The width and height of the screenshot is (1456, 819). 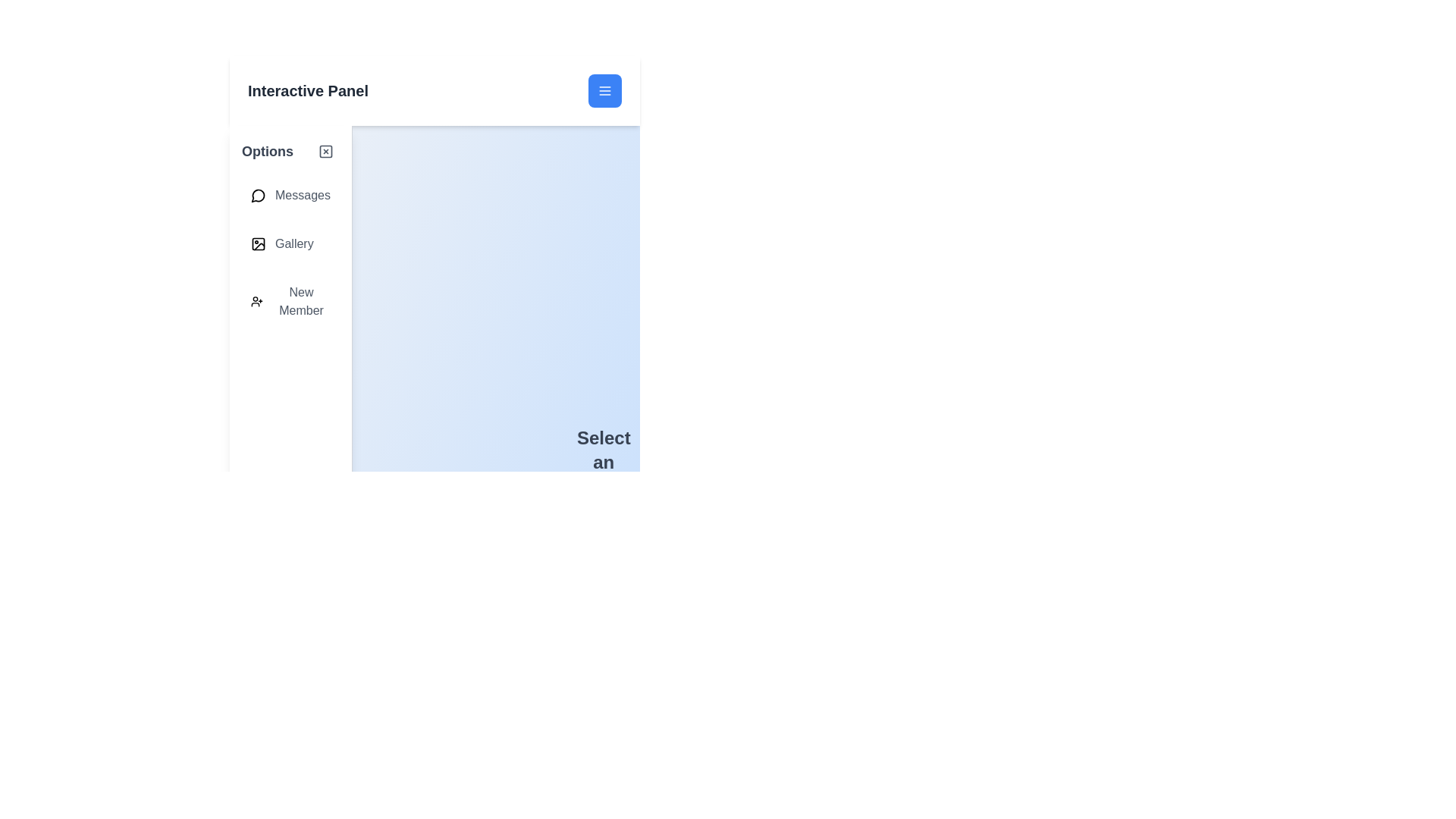 I want to click on the 'Gallery' menu item located in the sidebar menu, which is the second item below 'Messages', so click(x=290, y=243).